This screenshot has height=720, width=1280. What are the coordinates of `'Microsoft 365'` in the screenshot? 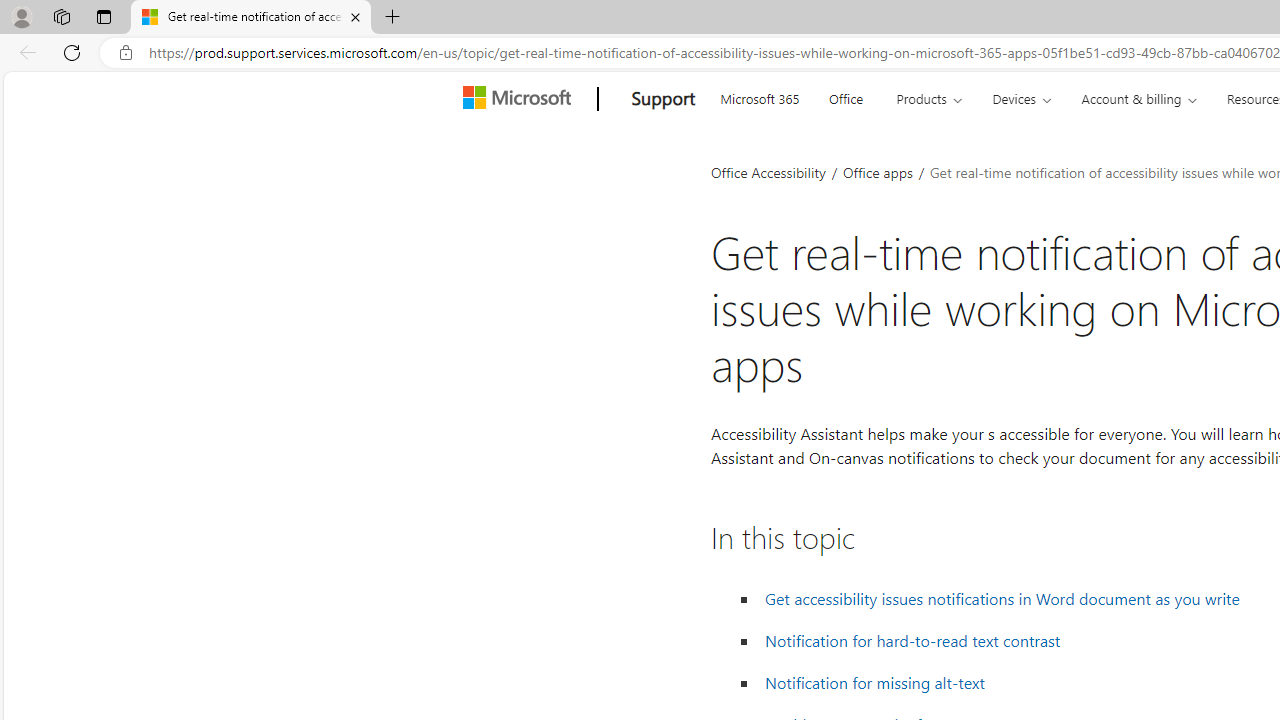 It's located at (758, 96).